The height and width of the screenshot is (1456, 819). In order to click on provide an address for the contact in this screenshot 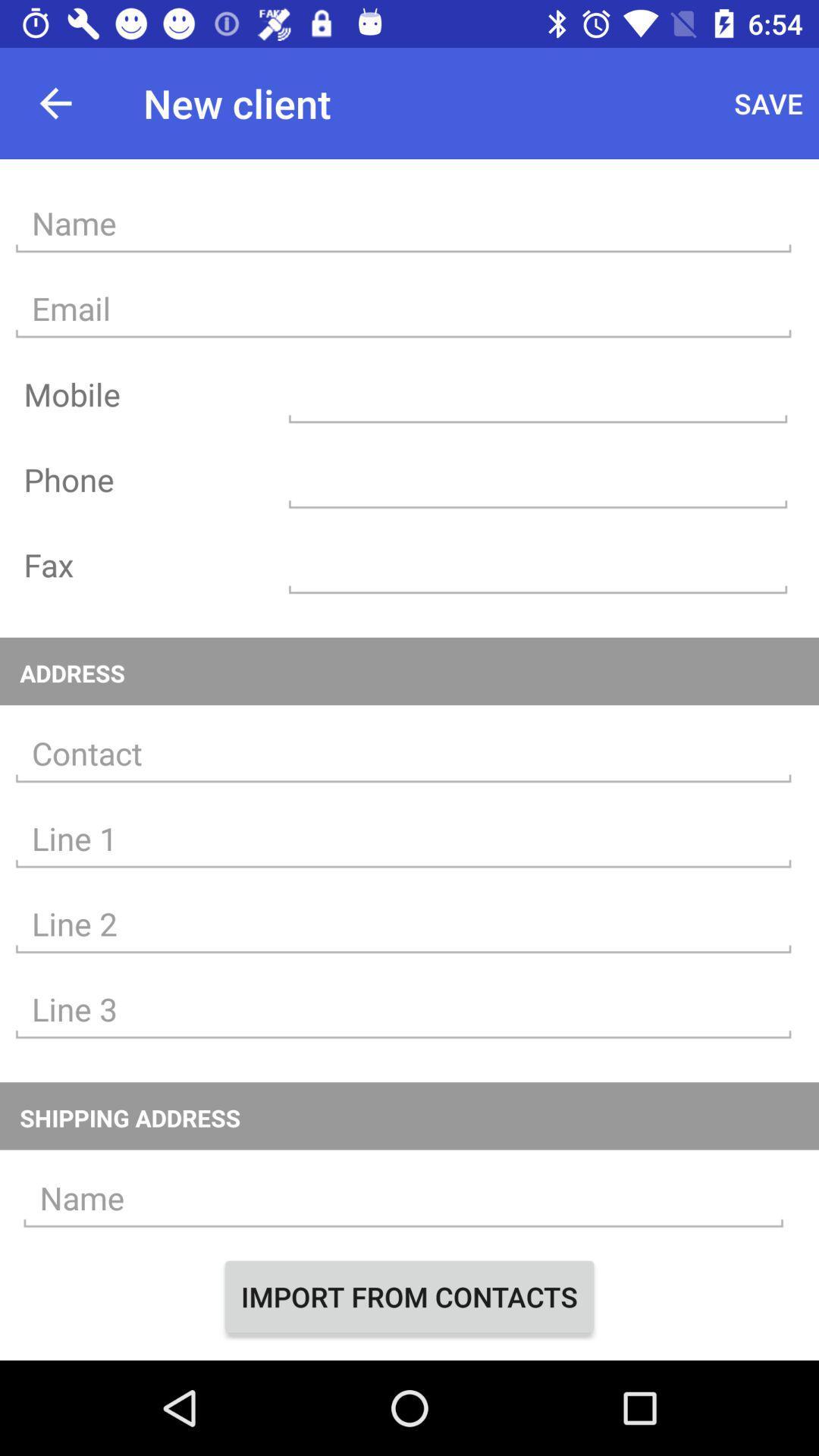, I will do `click(403, 754)`.